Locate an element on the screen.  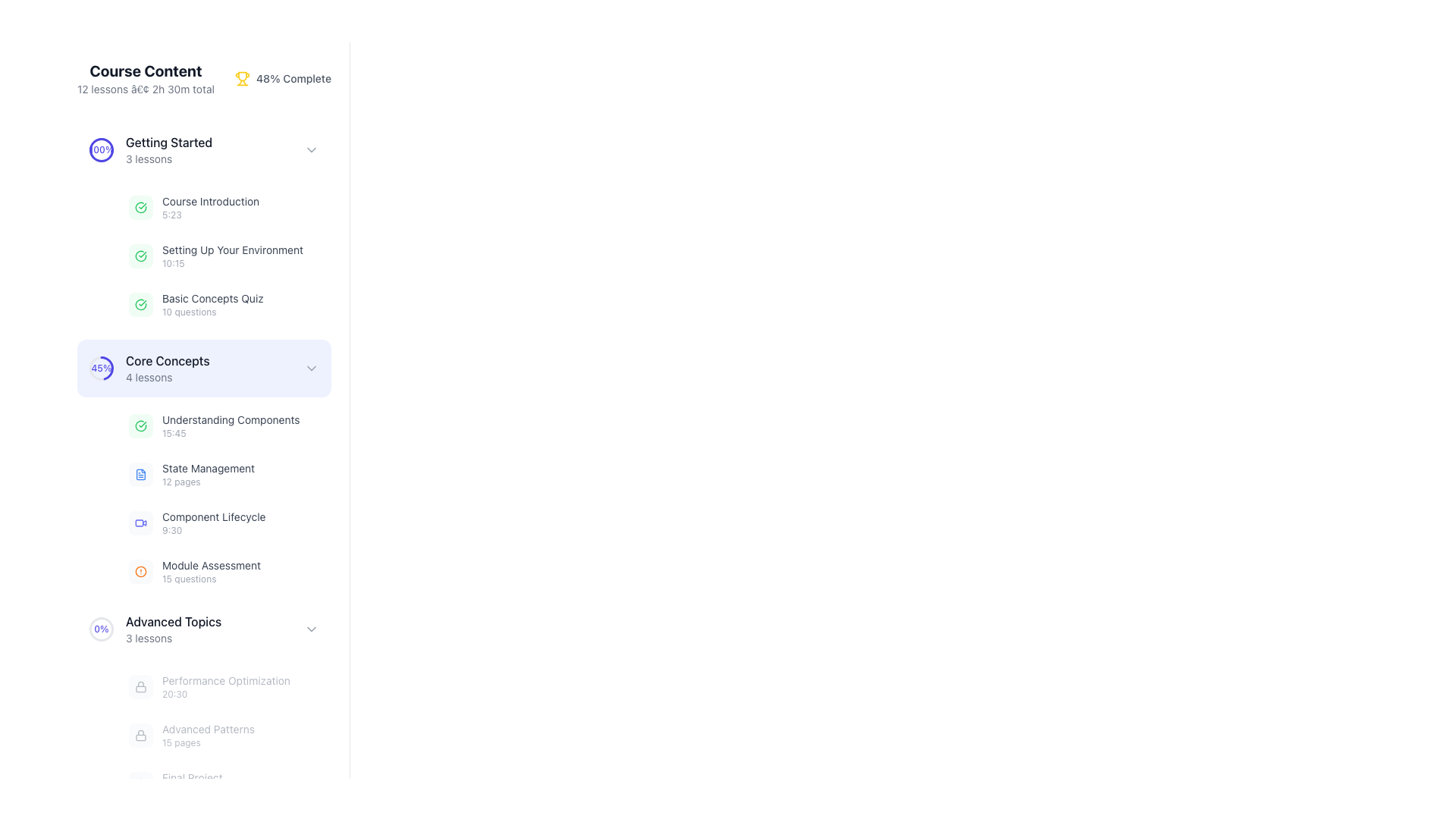
the List item titled 'Setting Up Your Environment' for accessibility navigation is located at coordinates (224, 256).